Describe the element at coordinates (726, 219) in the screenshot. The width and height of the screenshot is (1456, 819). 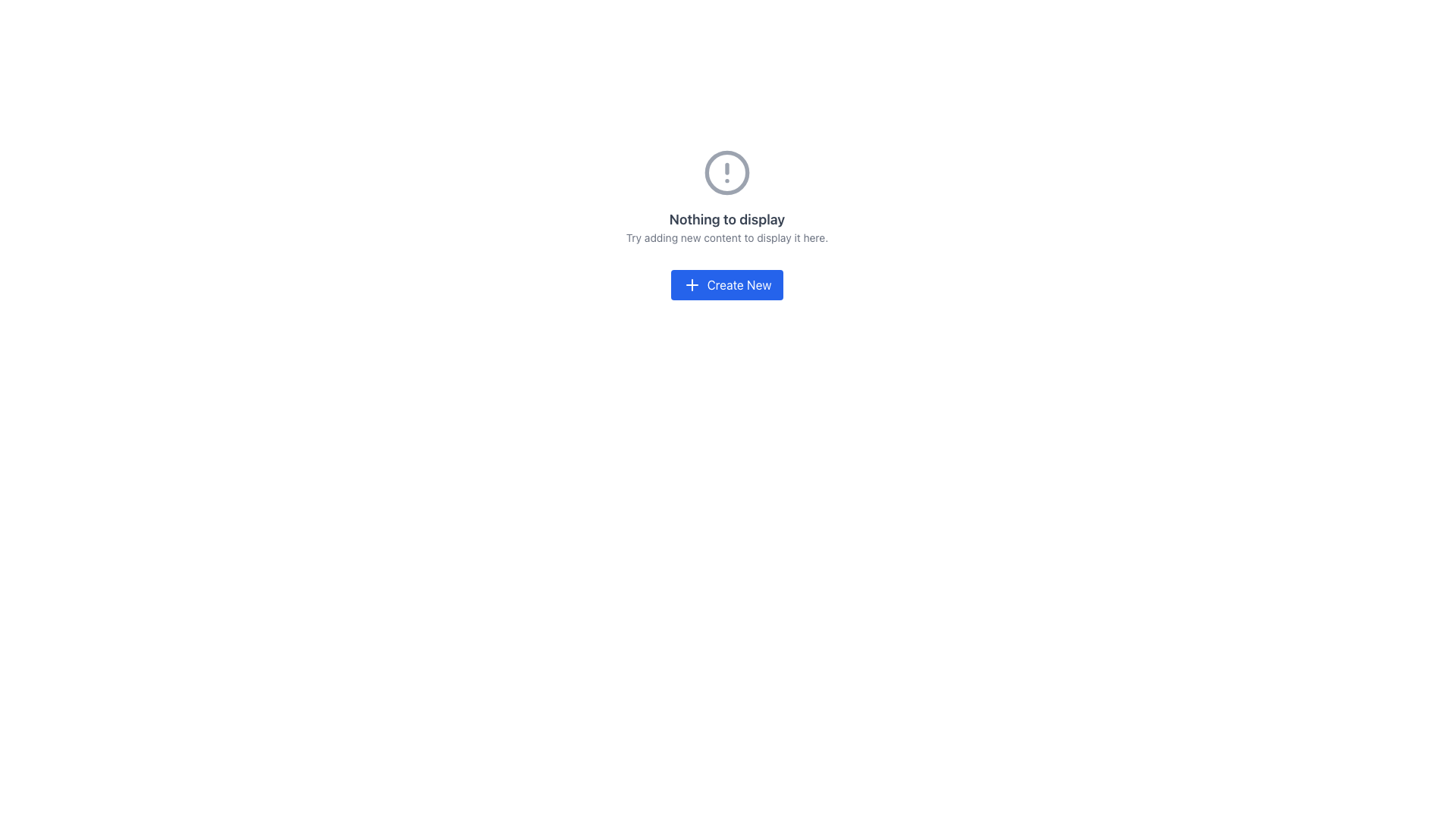
I see `the text element that indicates no content is available, positioned below the circular alert icon and above the suggestion to add new content` at that location.